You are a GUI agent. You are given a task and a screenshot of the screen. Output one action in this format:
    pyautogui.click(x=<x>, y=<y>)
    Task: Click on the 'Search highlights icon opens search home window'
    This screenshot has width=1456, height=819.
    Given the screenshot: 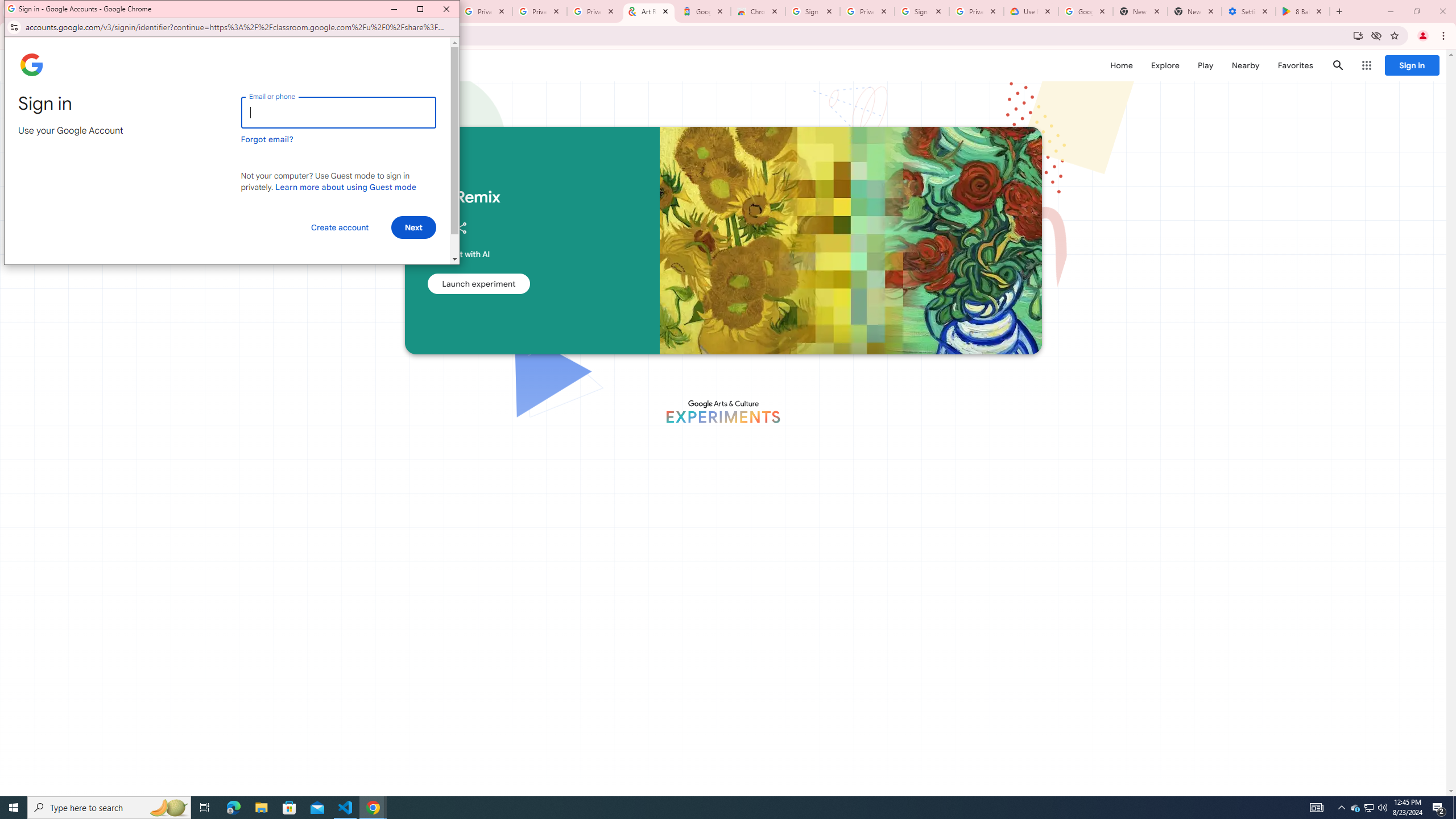 What is the action you would take?
    pyautogui.click(x=167, y=806)
    